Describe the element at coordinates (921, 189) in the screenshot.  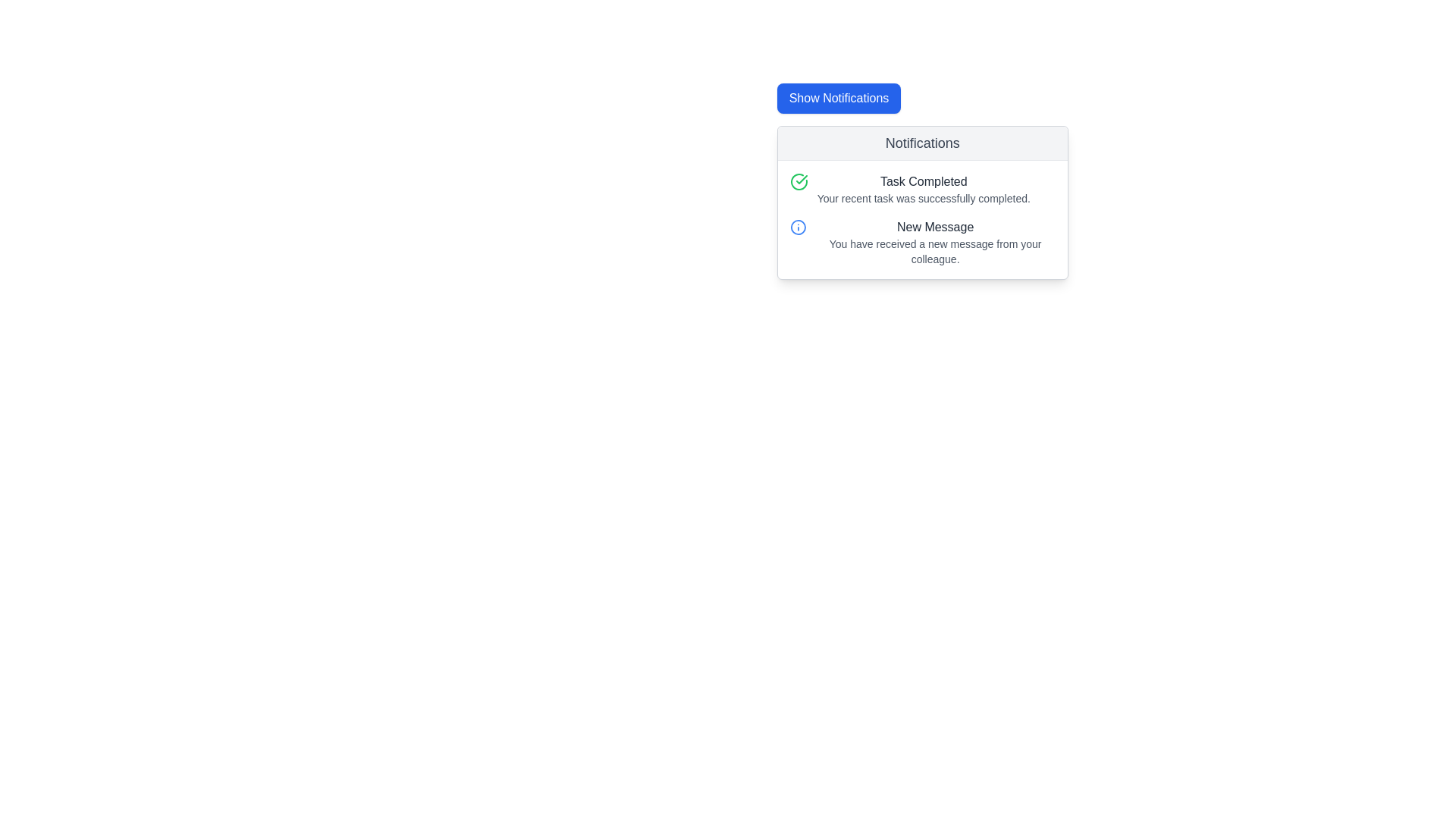
I see `the top notification item within the 'Notifications' card that confirms the successful completion of a recent task` at that location.